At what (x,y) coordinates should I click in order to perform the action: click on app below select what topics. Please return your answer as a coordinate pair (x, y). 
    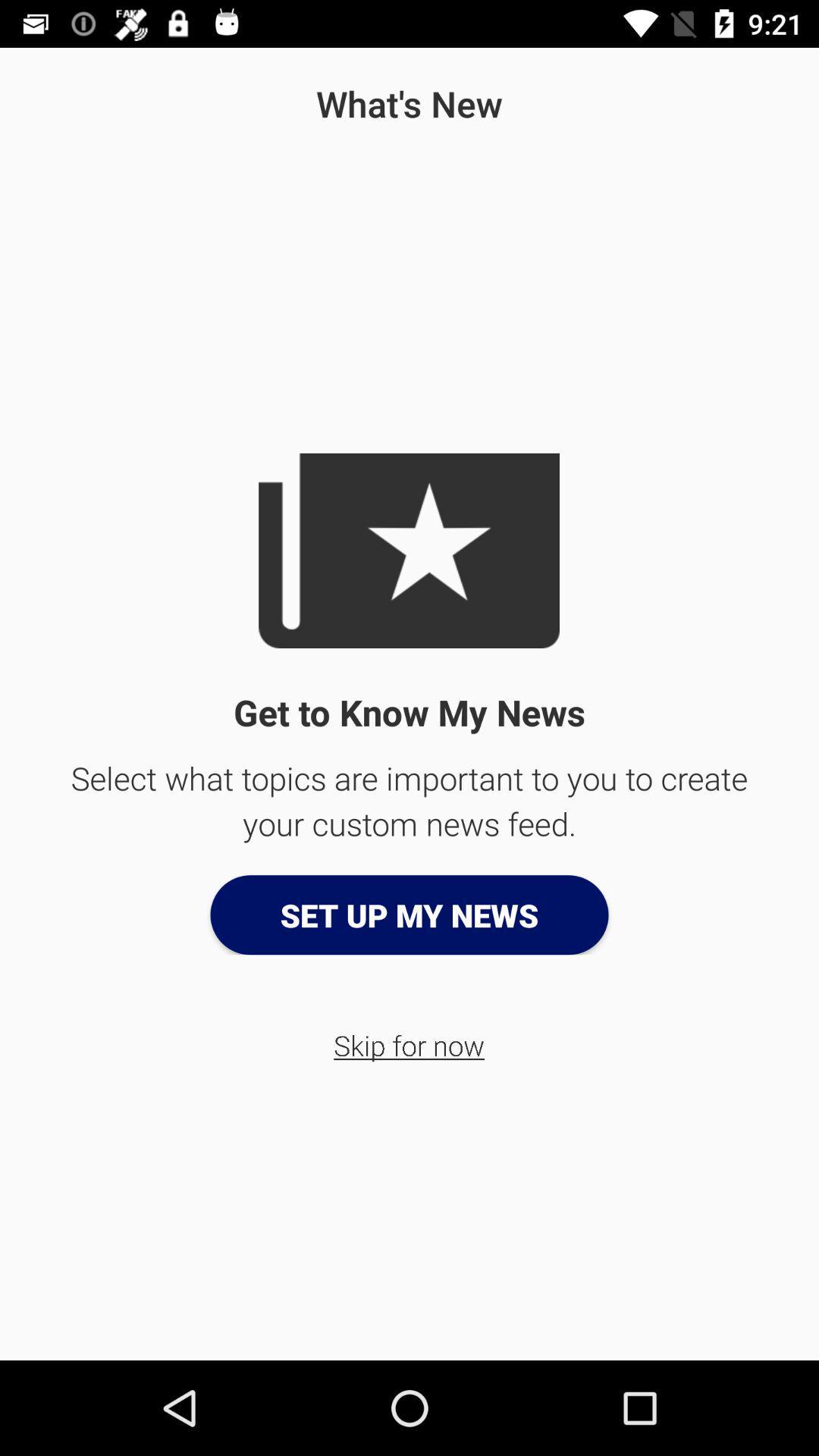
    Looking at the image, I should click on (409, 914).